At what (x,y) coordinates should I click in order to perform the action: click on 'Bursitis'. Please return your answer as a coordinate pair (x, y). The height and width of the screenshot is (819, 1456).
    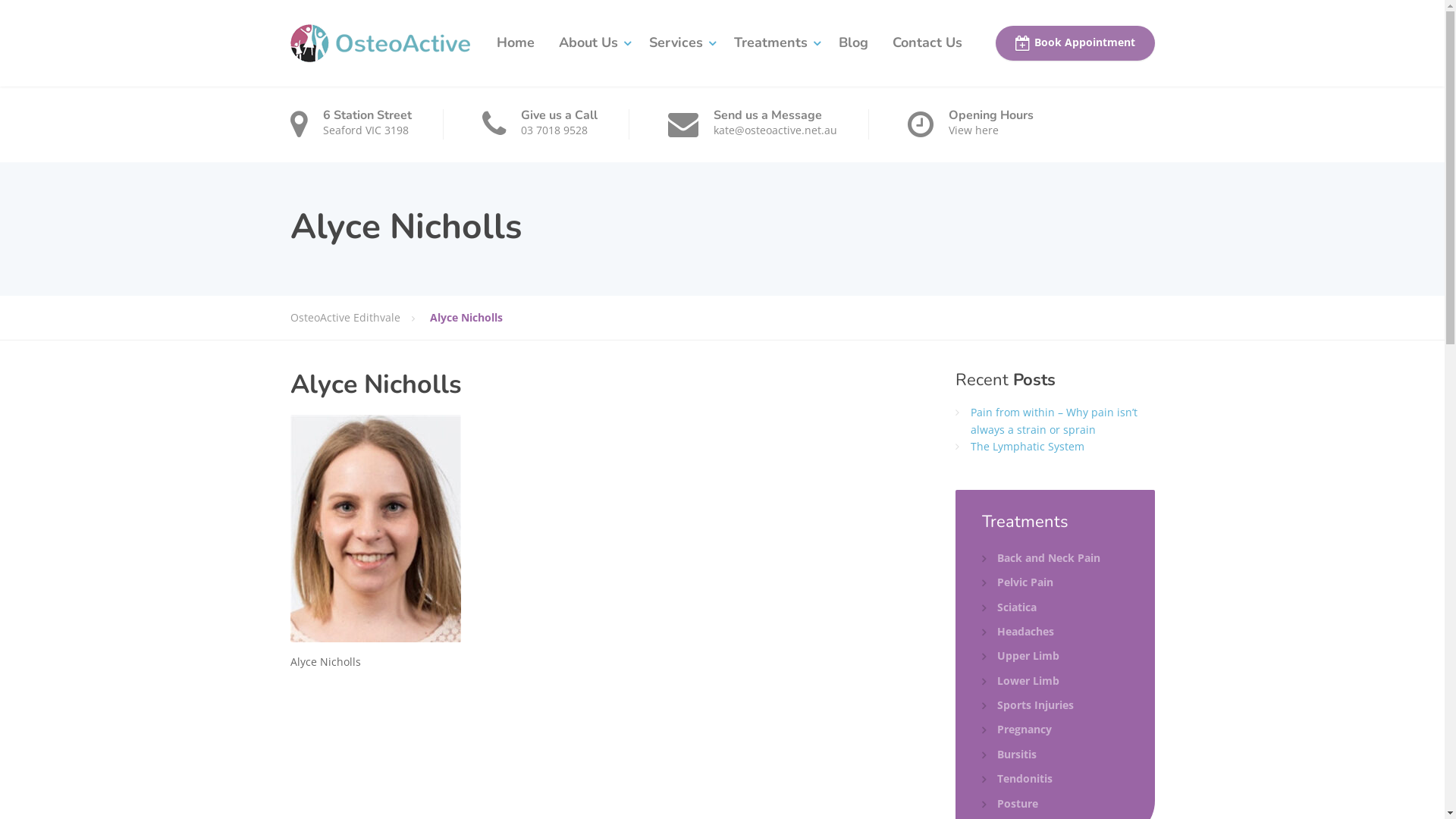
    Looking at the image, I should click on (1009, 755).